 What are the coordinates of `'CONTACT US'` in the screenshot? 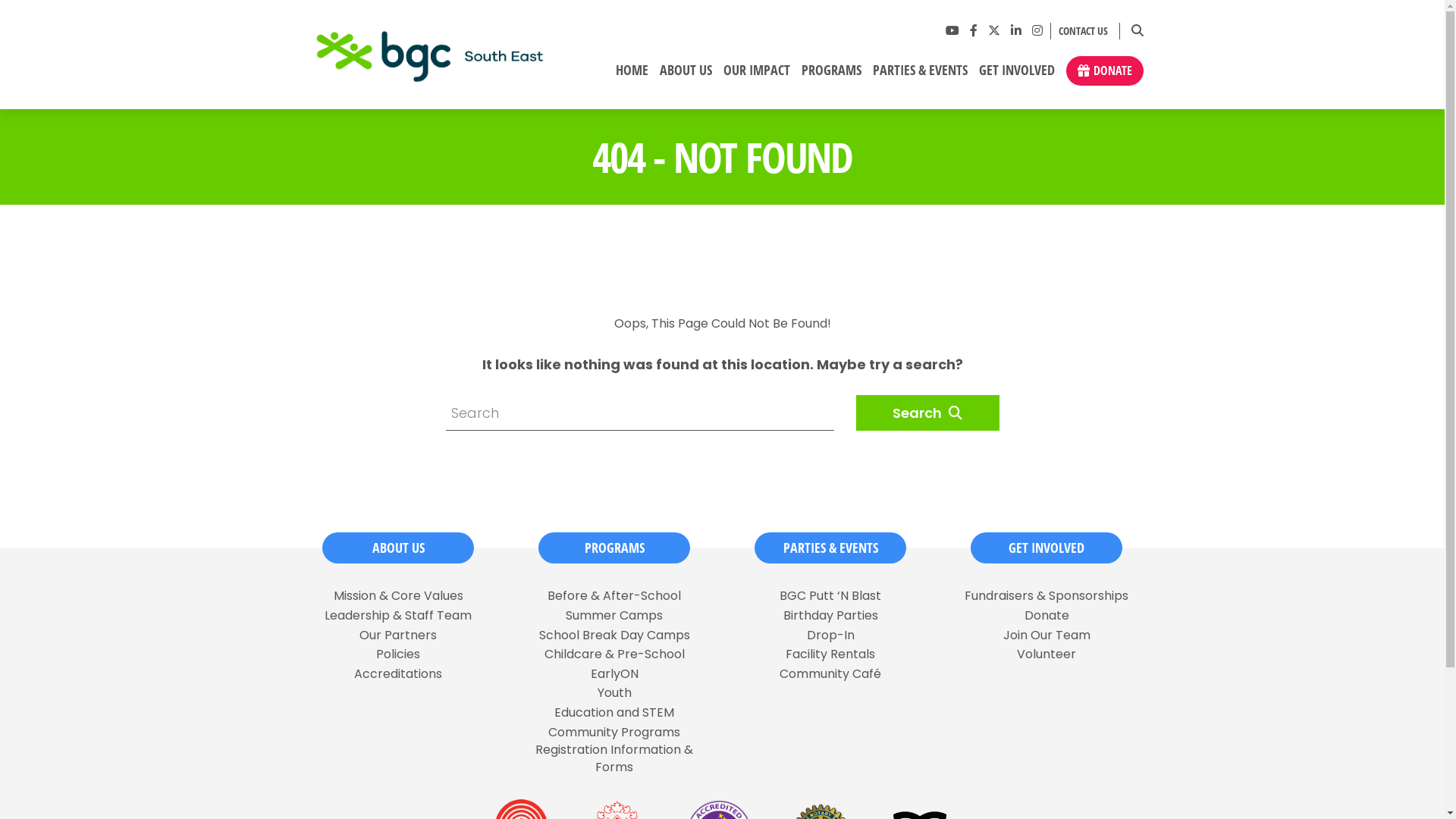 It's located at (1078, 31).